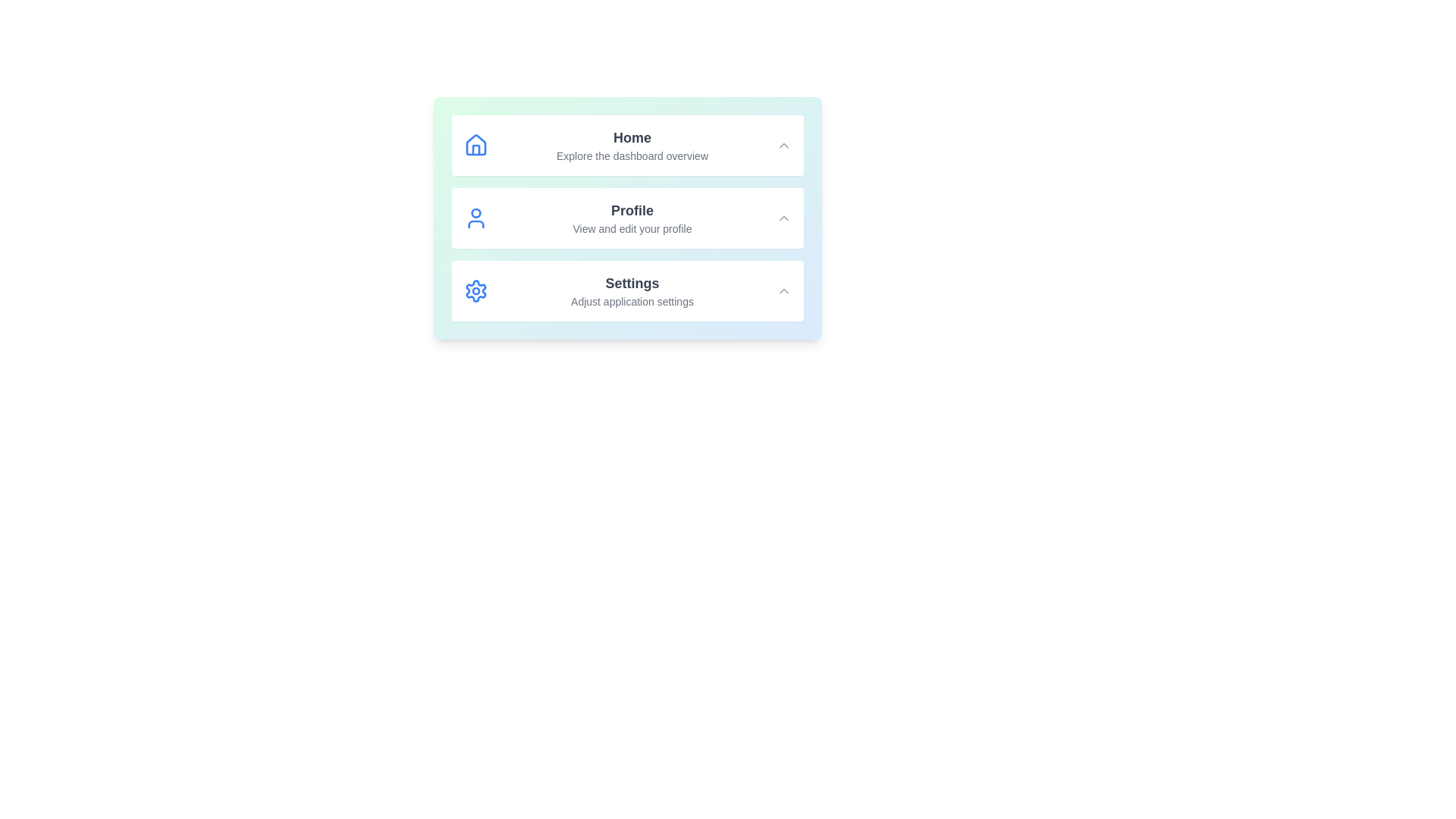  What do you see at coordinates (475, 146) in the screenshot?
I see `the icon representing the Home section` at bounding box center [475, 146].